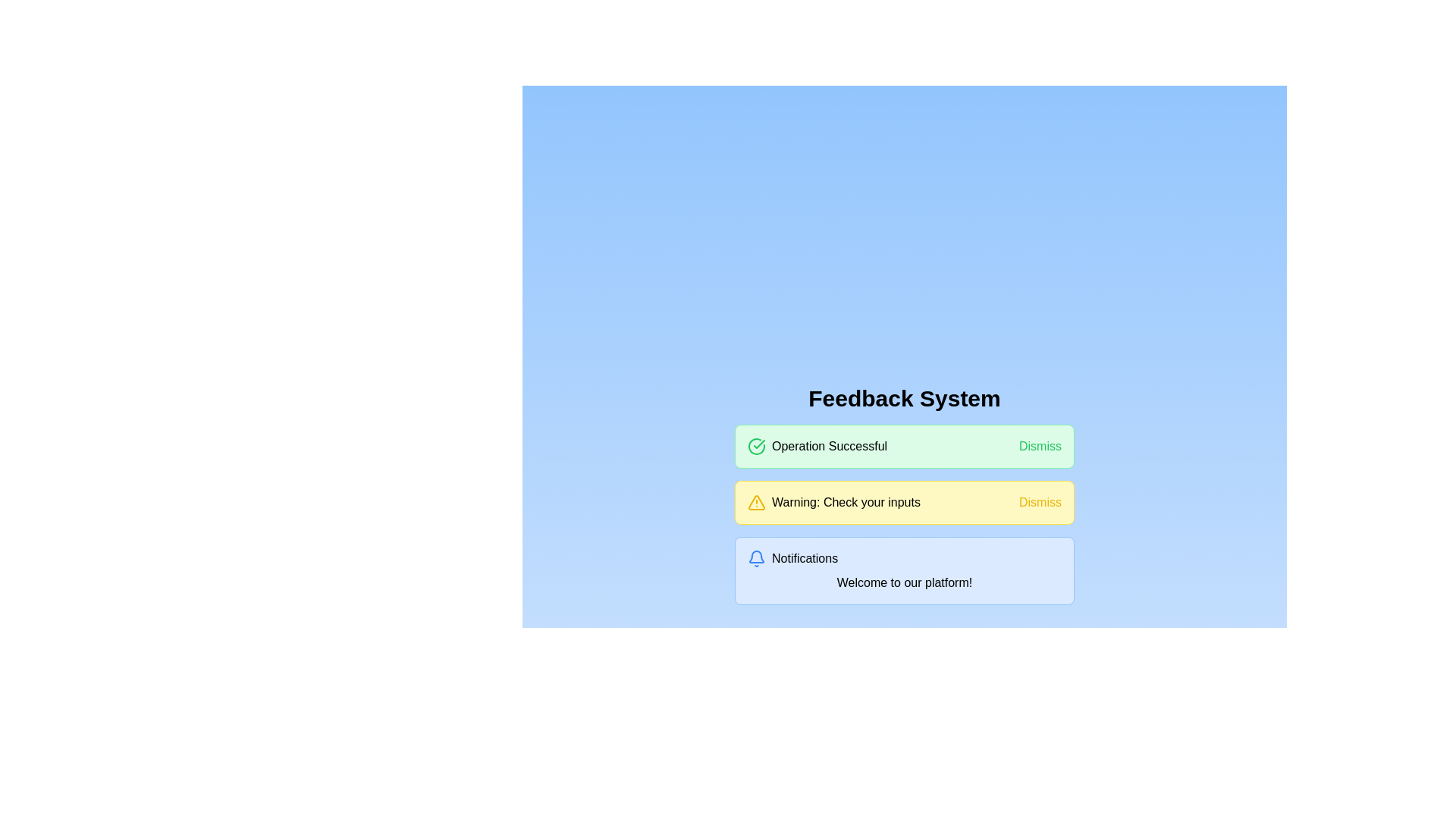 Image resolution: width=1456 pixels, height=819 pixels. I want to click on the 'Notifications' label, which displays the word 'Notifications' in a standard sans-serif font, located in the light blue notification panel immediately to the right of a bell icon, so click(804, 558).